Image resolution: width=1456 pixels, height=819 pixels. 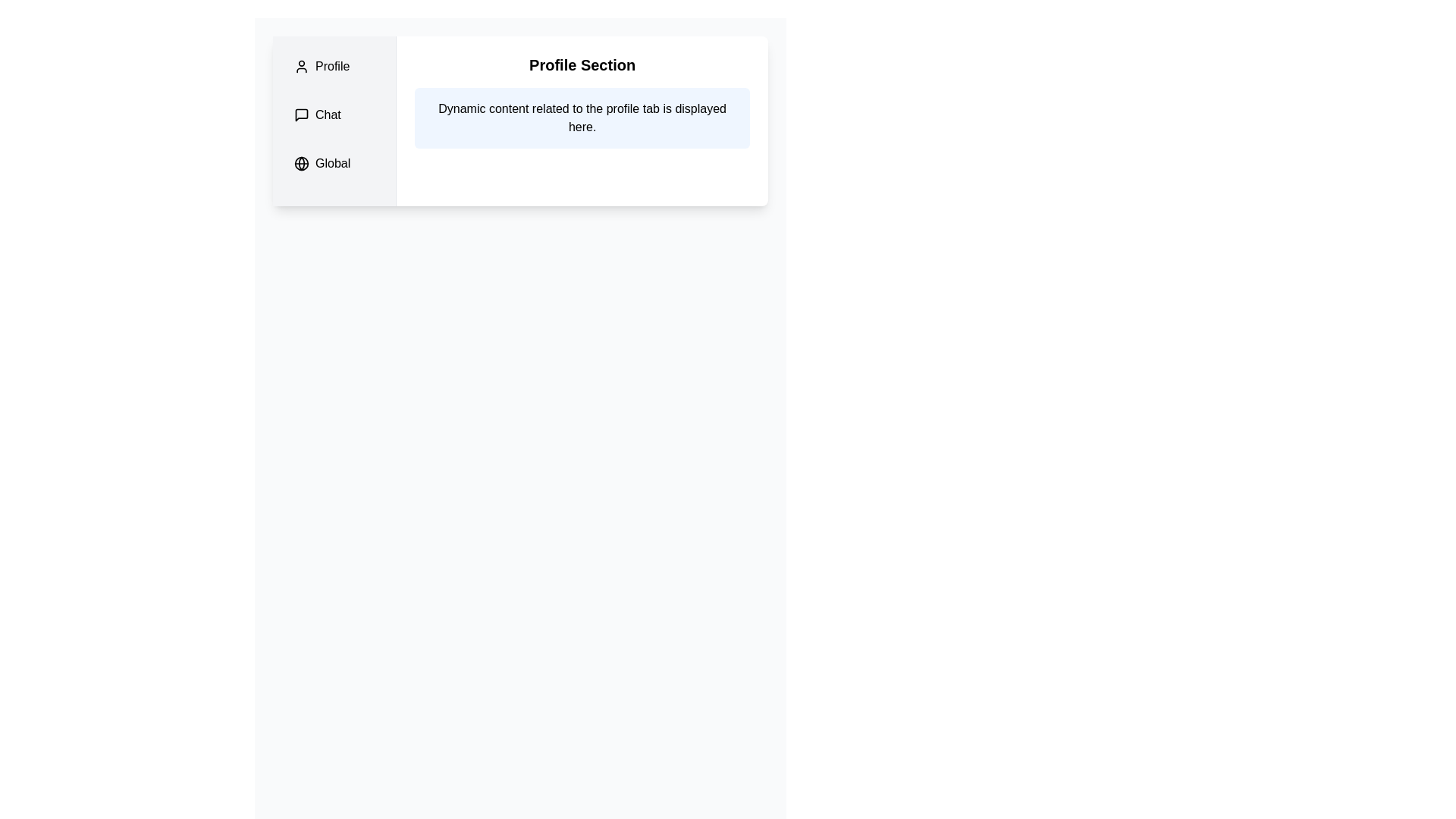 What do you see at coordinates (302, 114) in the screenshot?
I see `the 'Chat' tab icon, which is a speech bubble` at bounding box center [302, 114].